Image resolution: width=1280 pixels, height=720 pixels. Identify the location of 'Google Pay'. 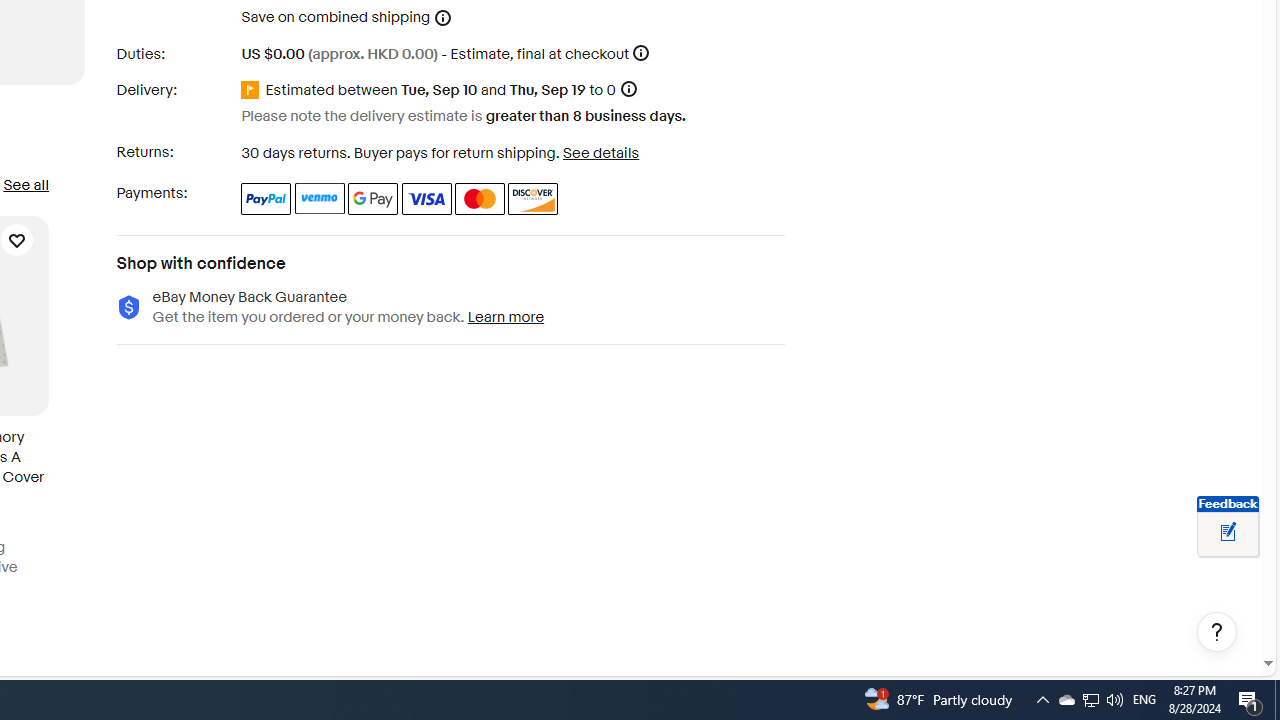
(373, 198).